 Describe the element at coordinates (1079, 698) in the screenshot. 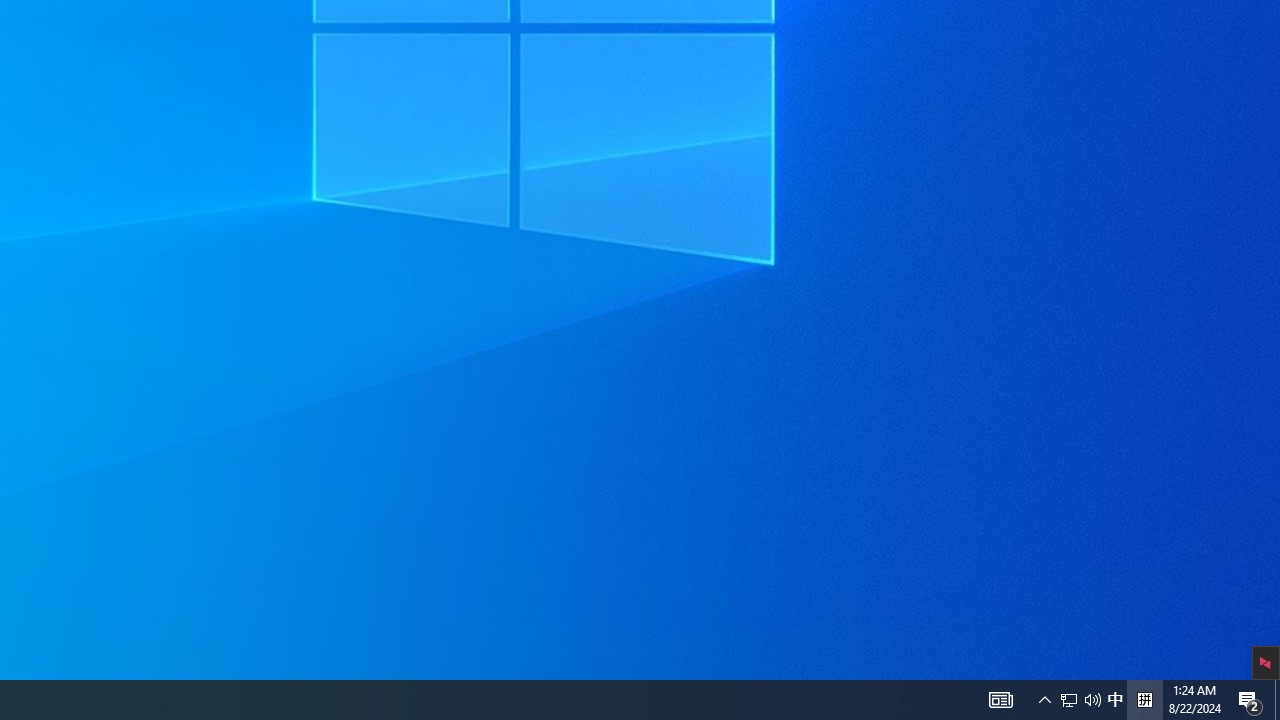

I see `'User Promoted Notification Area'` at that location.